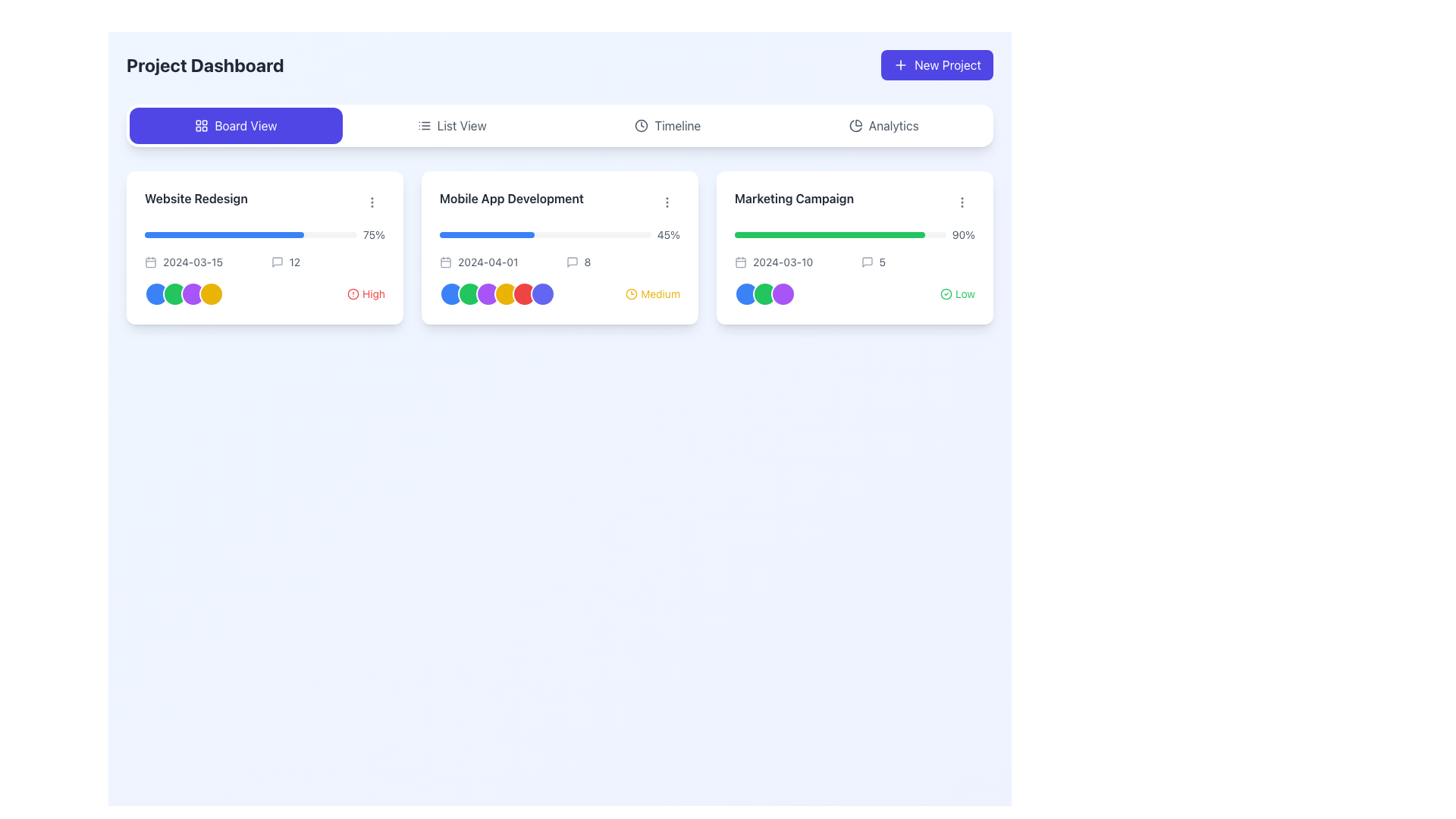  Describe the element at coordinates (793, 198) in the screenshot. I see `the text label reading 'Marketing Campaign' located in the top-left corner of the rightmost card in a set of three cards` at that location.